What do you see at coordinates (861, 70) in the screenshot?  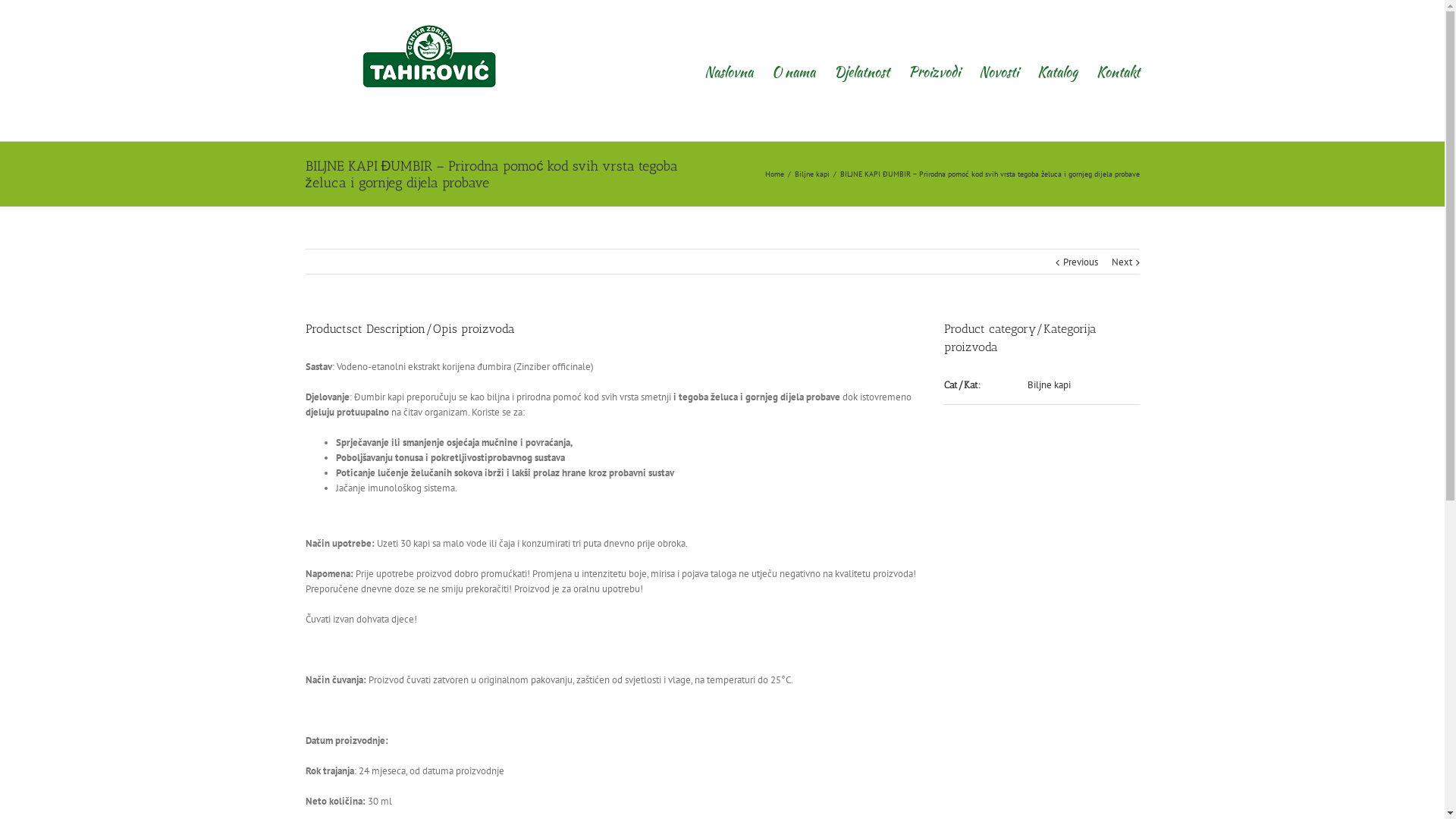 I see `'Djelatnost'` at bounding box center [861, 70].